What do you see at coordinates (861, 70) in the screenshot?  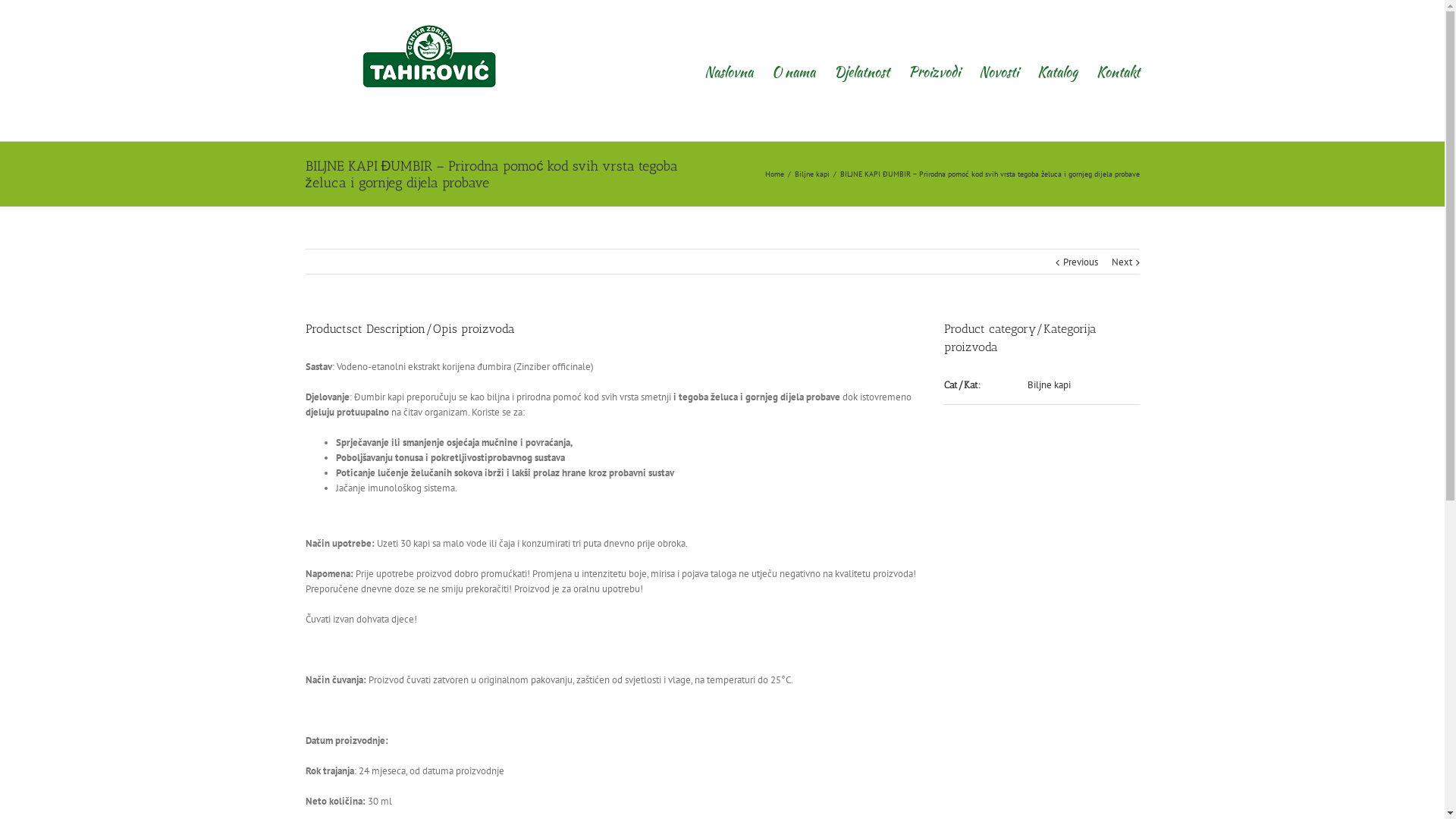 I see `'Djelatnost'` at bounding box center [861, 70].